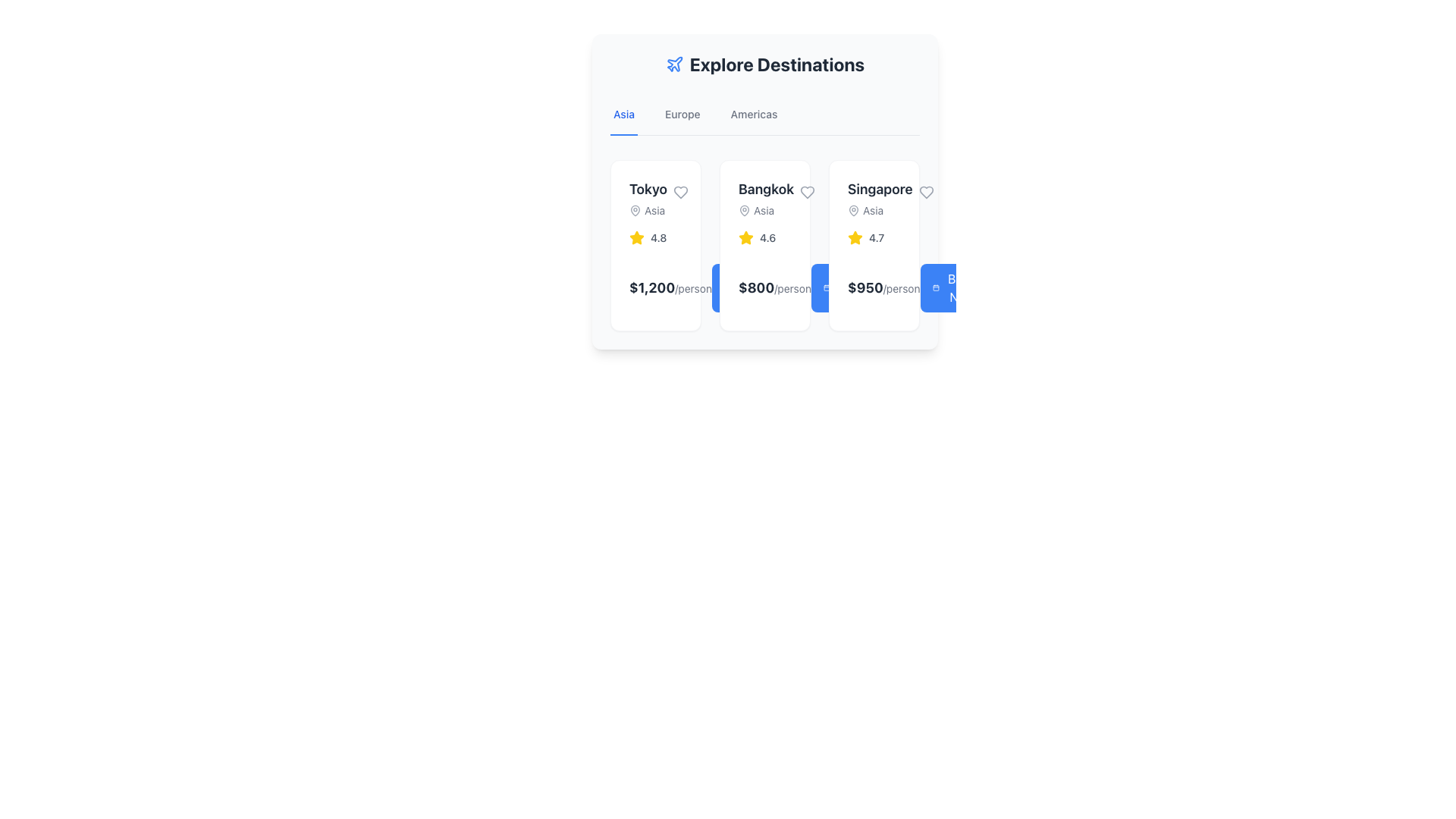 The height and width of the screenshot is (819, 1456). Describe the element at coordinates (745, 237) in the screenshot. I see `the yellow star icon representing a rating in the 'Bangkok' card, which is located to the immediate left of the gray numeric rating '4.6'` at that location.